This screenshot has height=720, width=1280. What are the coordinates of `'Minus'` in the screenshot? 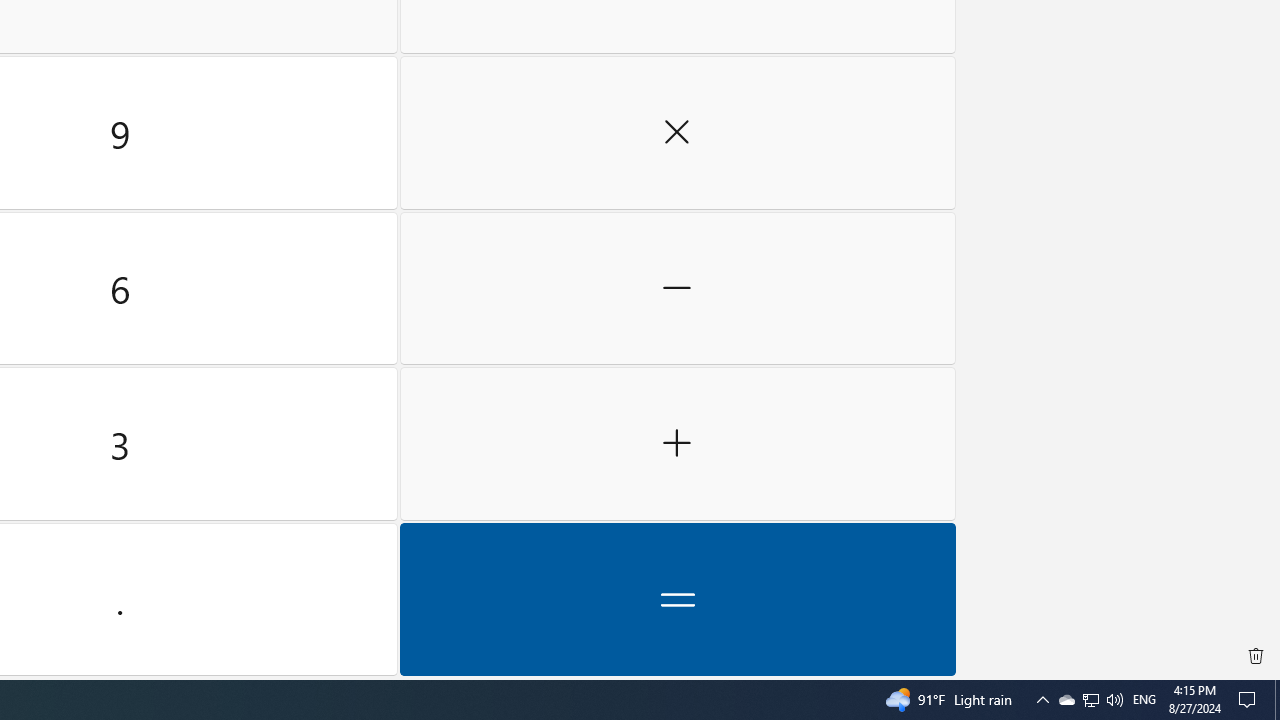 It's located at (677, 288).